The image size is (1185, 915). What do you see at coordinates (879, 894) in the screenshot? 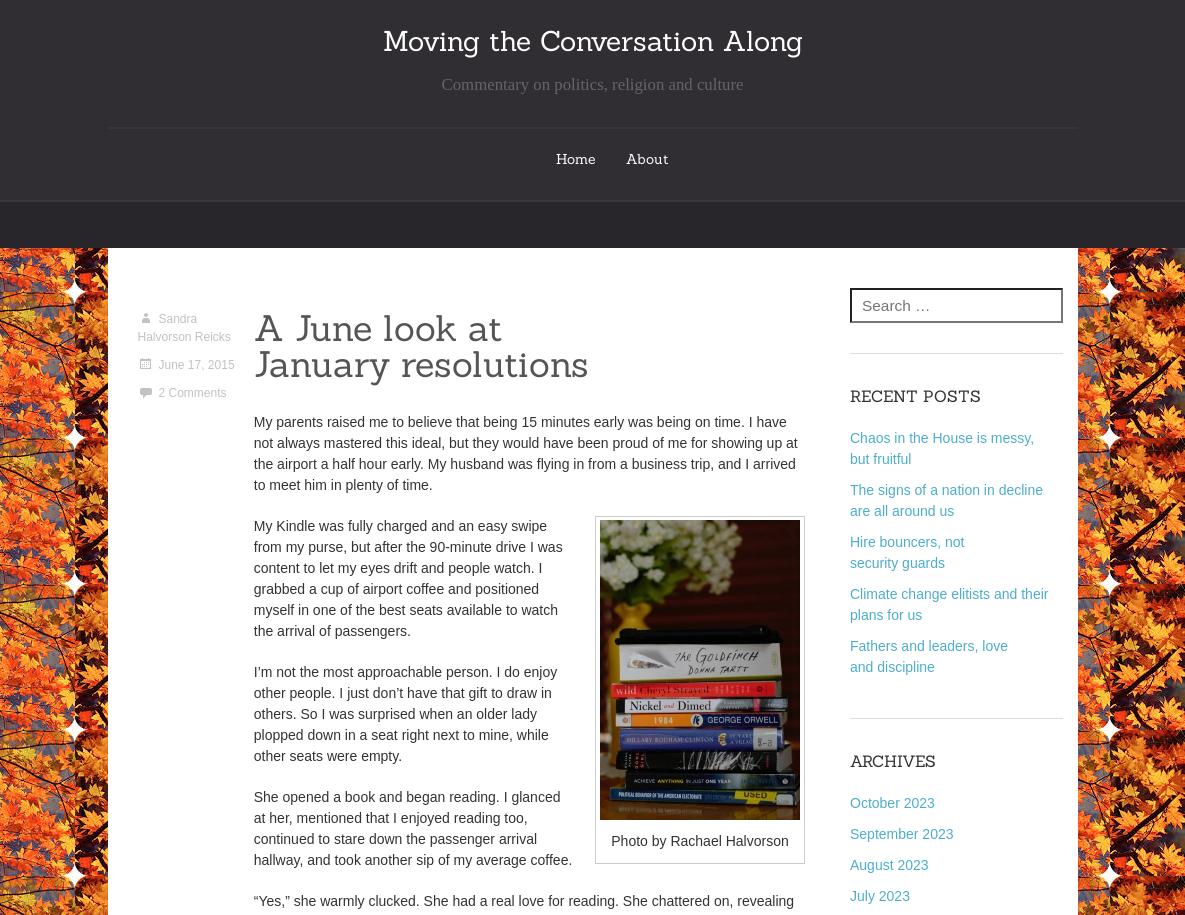
I see `'July 2023'` at bounding box center [879, 894].